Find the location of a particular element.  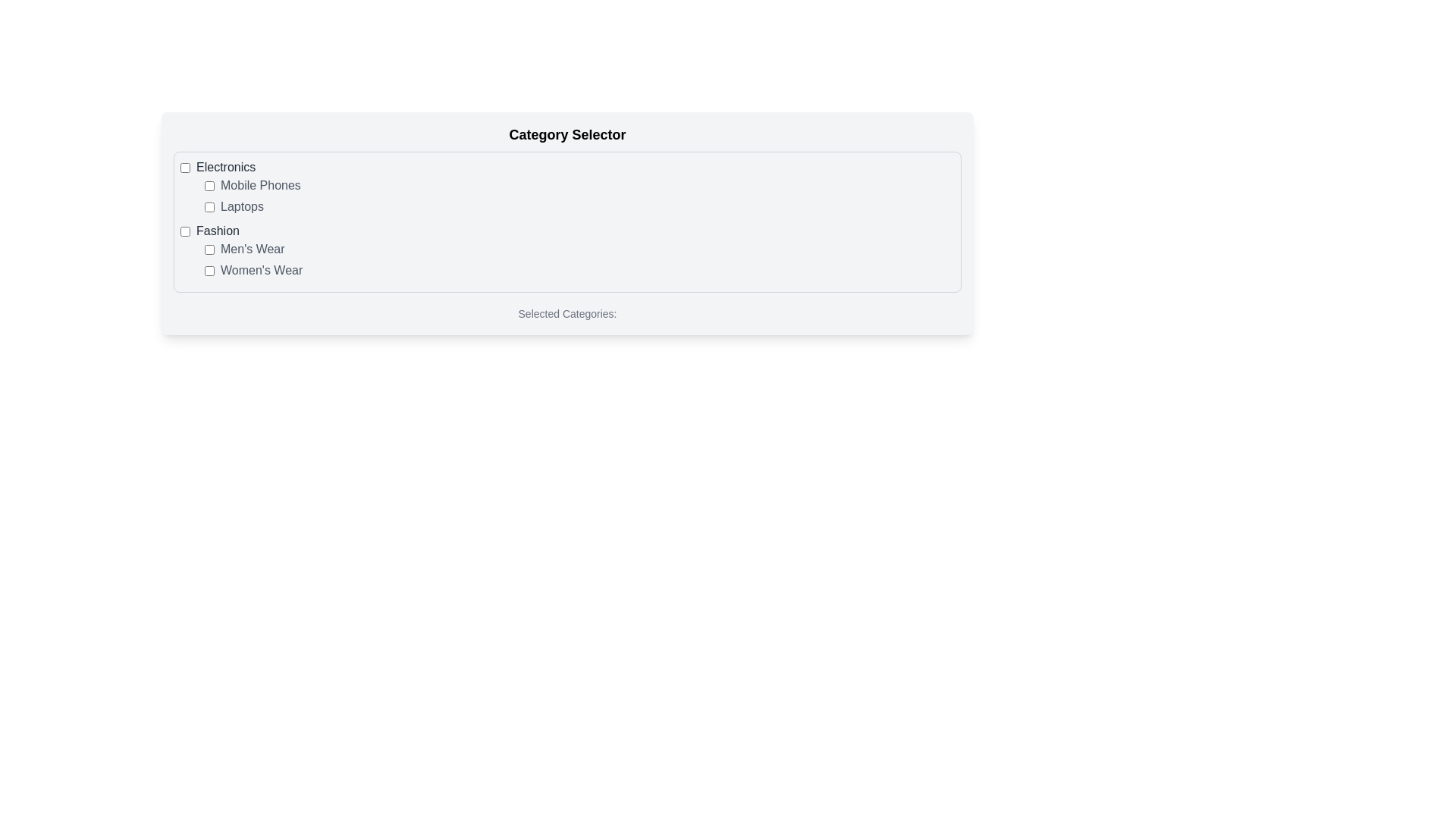

the 'Mobile Phones' label text, which is styled in gray and positioned to the right of its associated checkbox in the Electronics category, above the Laptops item is located at coordinates (260, 185).